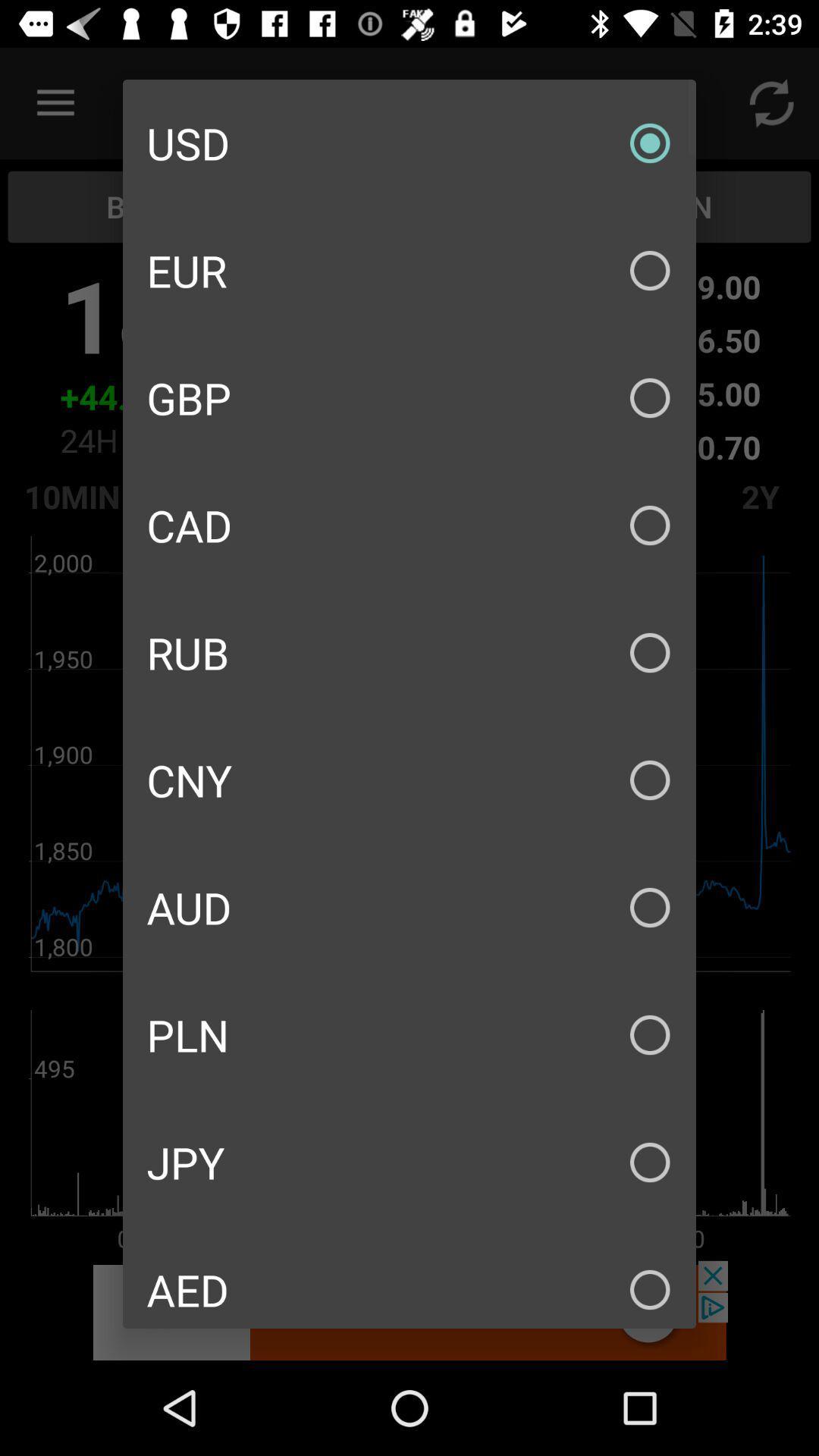 The image size is (819, 1456). Describe the element at coordinates (409, 143) in the screenshot. I see `the usd` at that location.